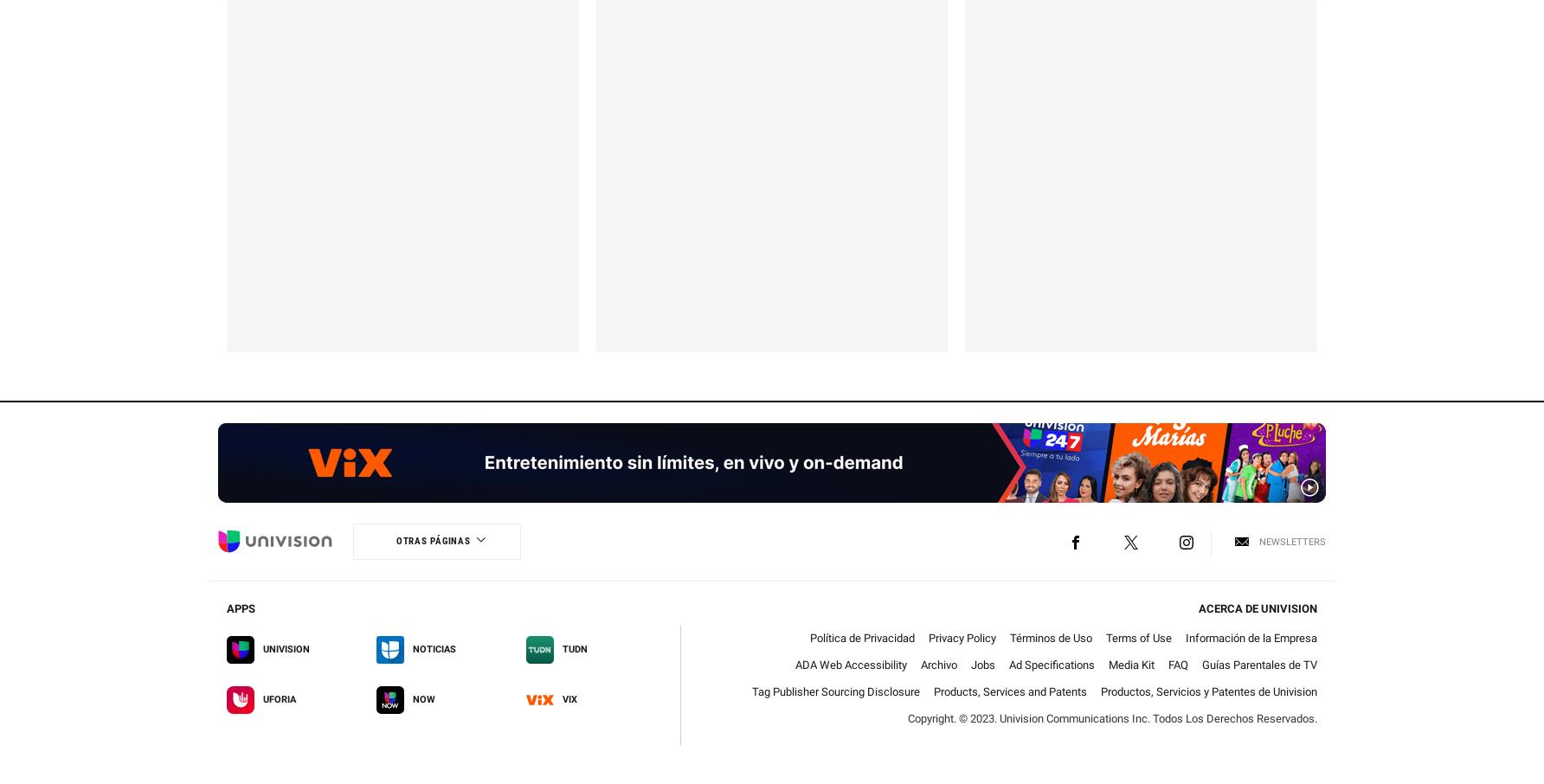 This screenshot has width=1544, height=784. What do you see at coordinates (1009, 636) in the screenshot?
I see `'Términos de Uso'` at bounding box center [1009, 636].